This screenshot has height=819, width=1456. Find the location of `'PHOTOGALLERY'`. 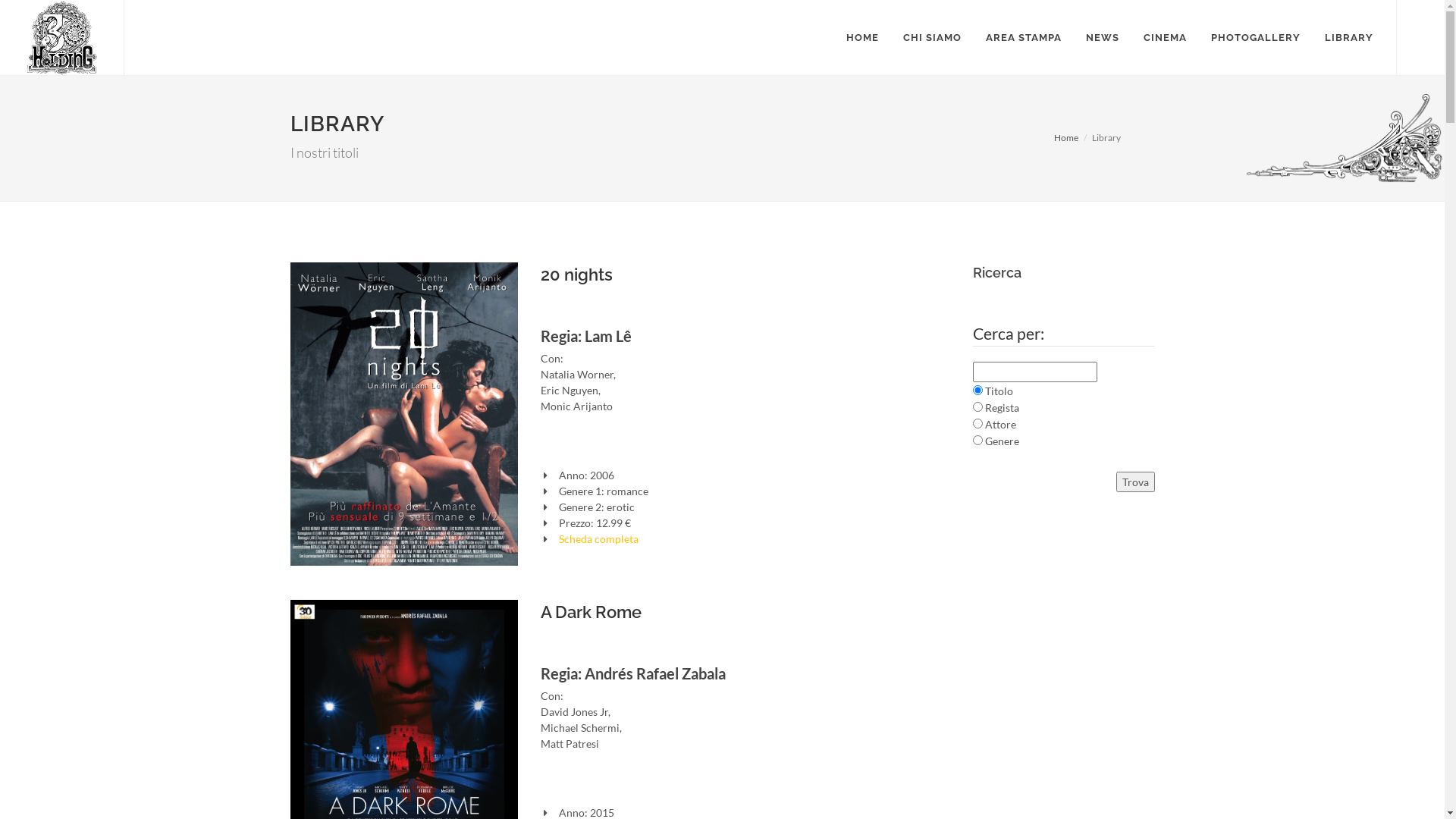

'PHOTOGALLERY' is located at coordinates (1256, 37).